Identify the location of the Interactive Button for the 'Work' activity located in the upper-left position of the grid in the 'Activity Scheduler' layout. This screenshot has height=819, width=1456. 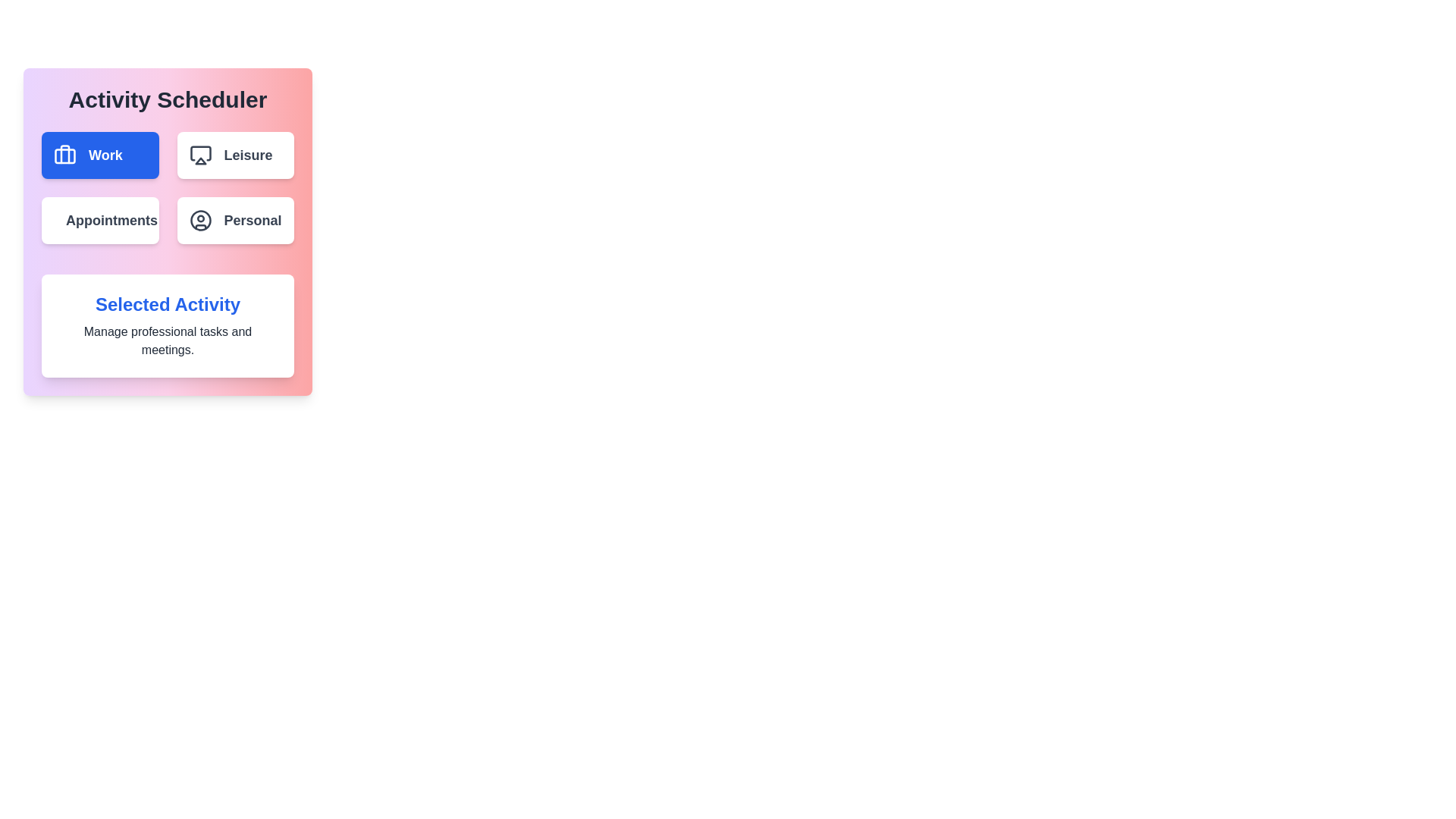
(99, 155).